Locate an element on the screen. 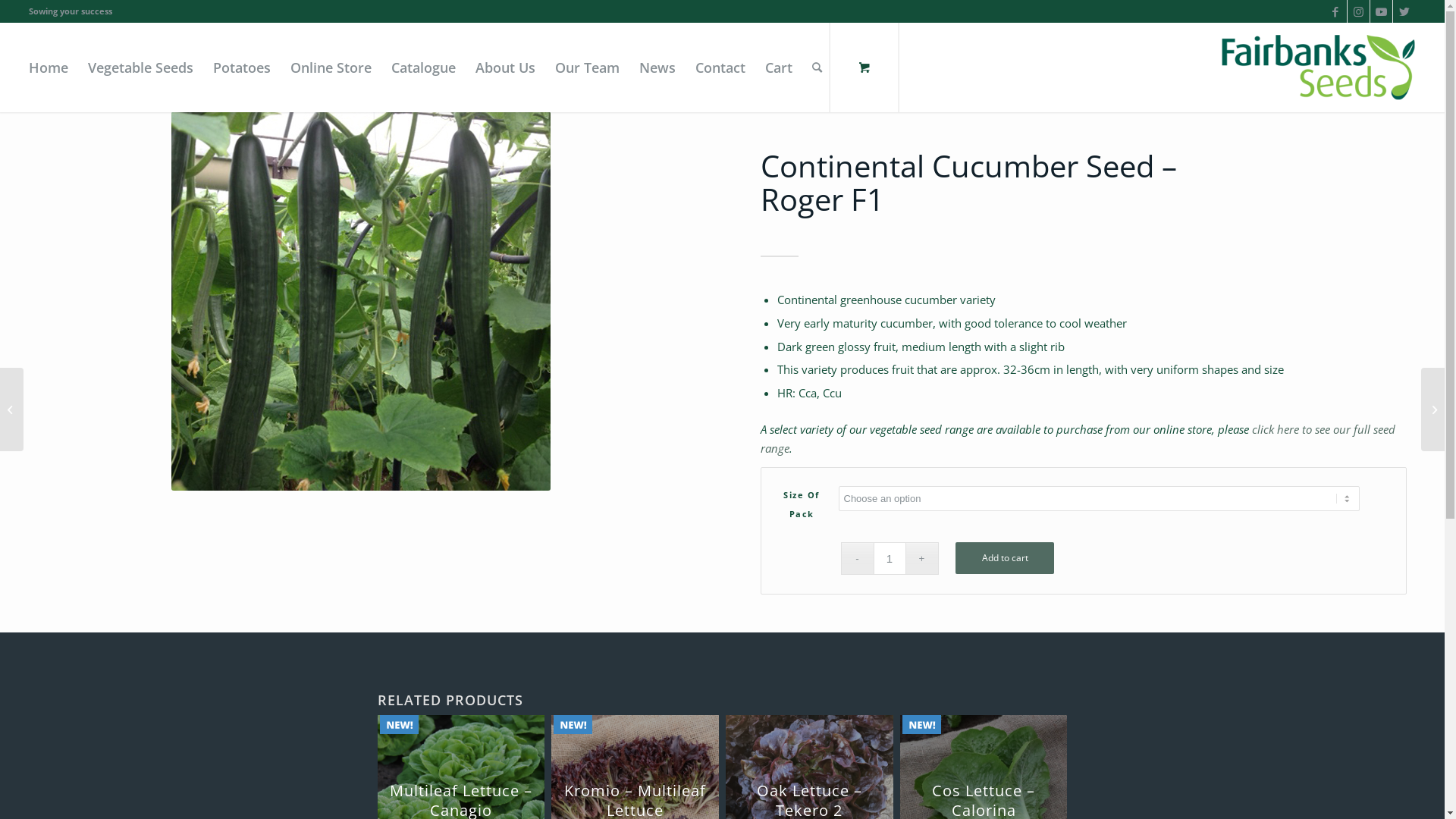 This screenshot has height=819, width=1456. 'Contact' is located at coordinates (720, 66).